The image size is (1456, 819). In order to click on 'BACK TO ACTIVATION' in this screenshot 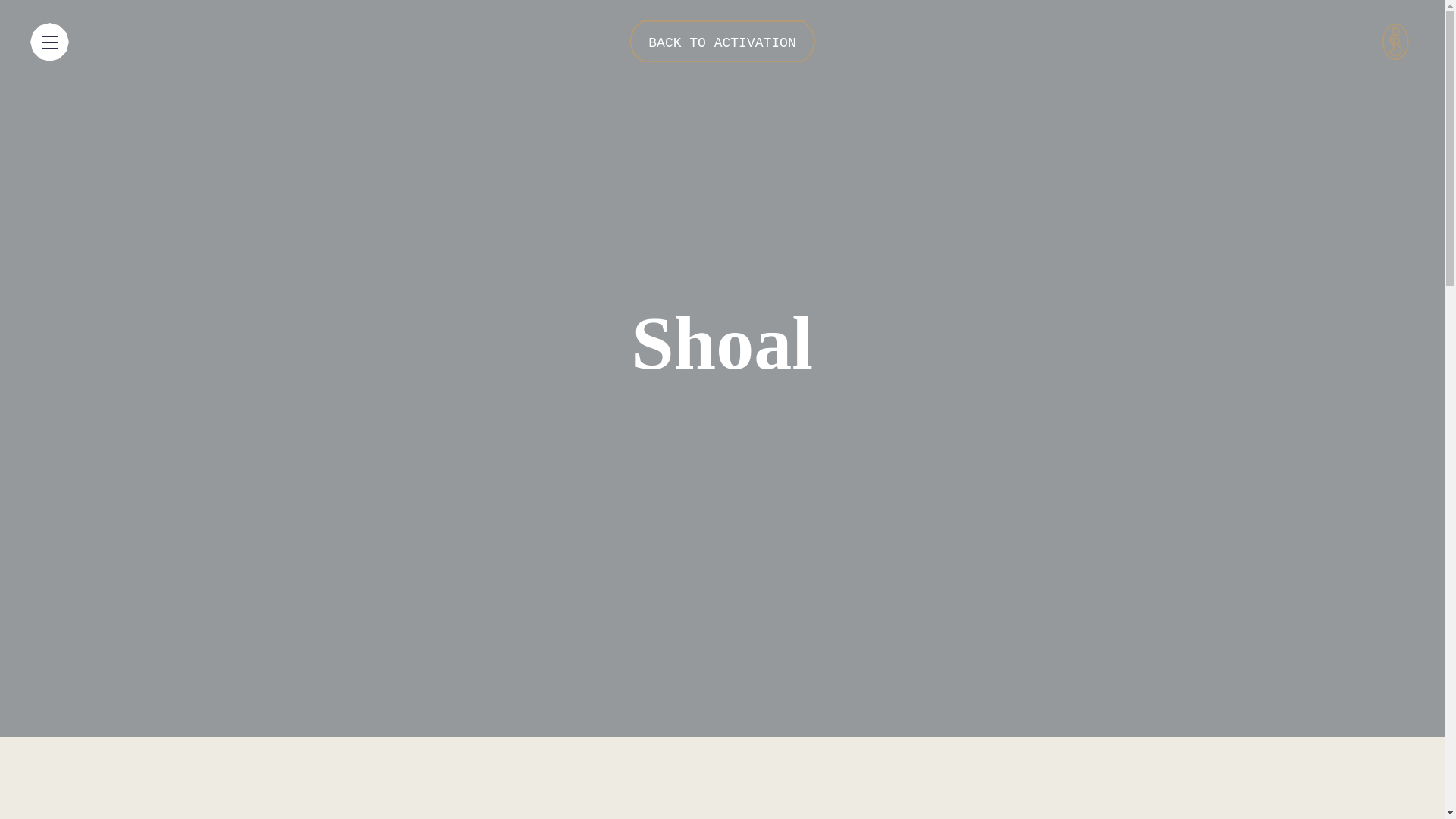, I will do `click(720, 40)`.